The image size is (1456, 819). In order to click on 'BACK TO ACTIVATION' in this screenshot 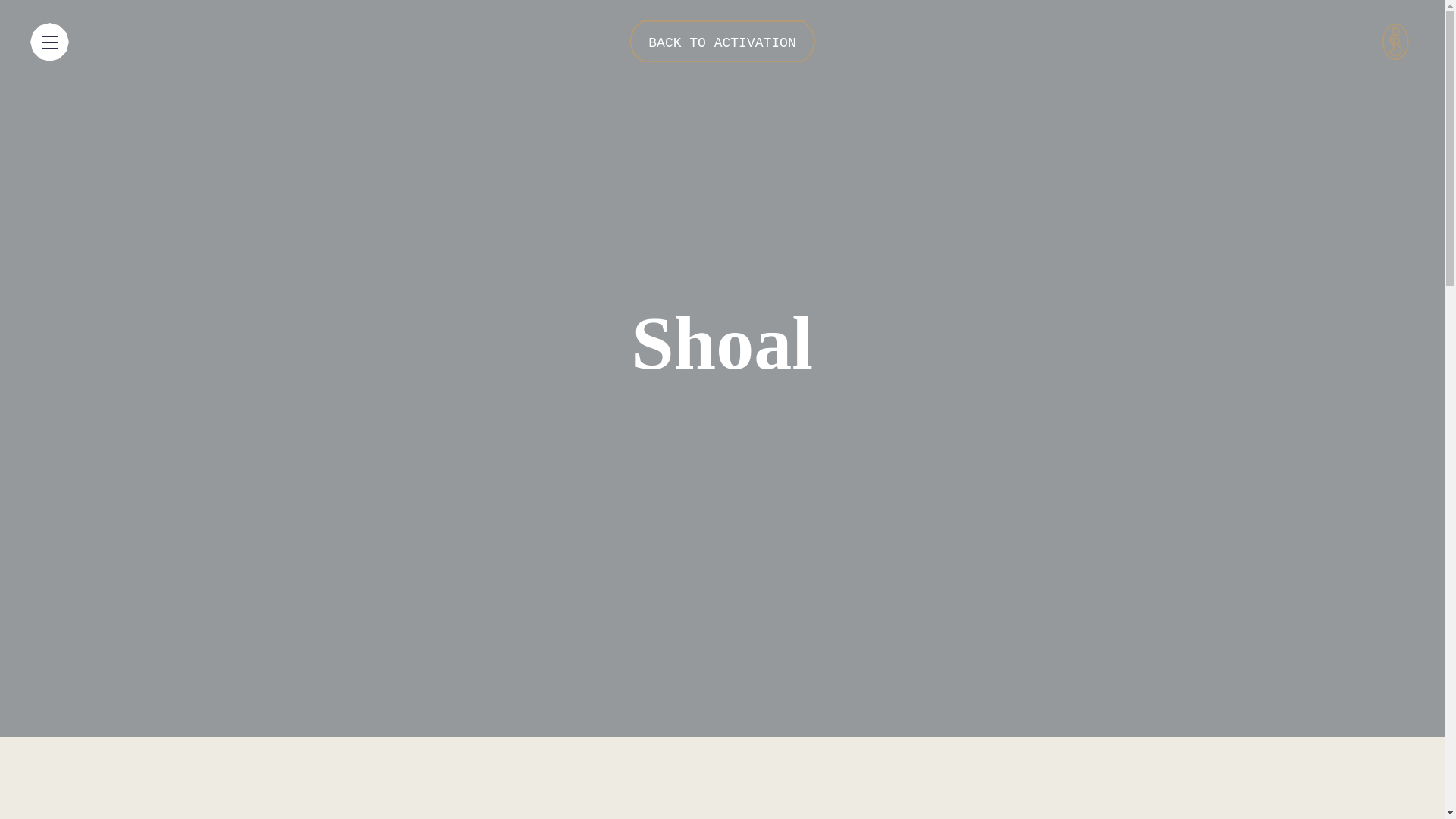, I will do `click(720, 40)`.